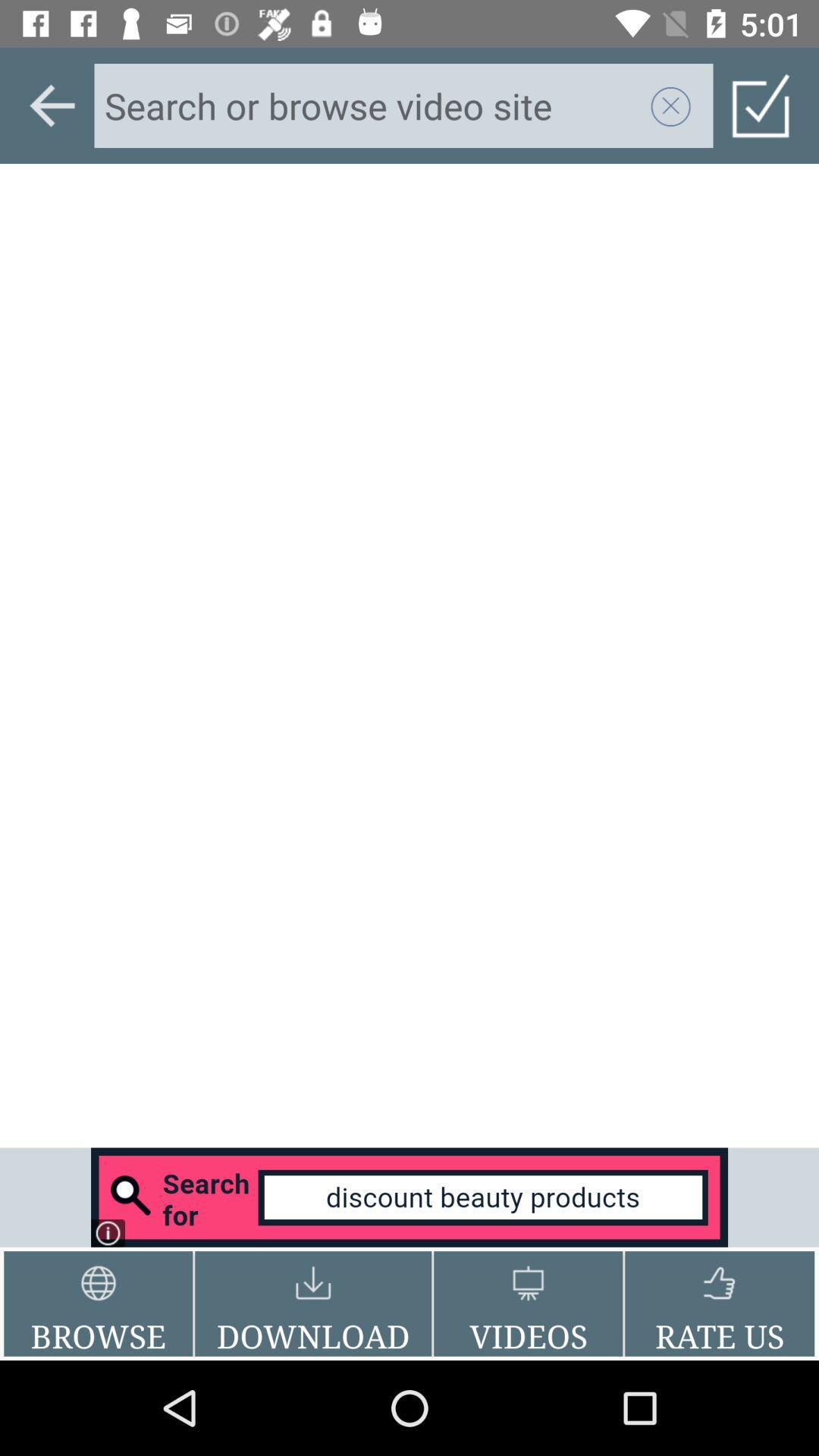 The height and width of the screenshot is (1456, 819). What do you see at coordinates (670, 105) in the screenshot?
I see `close` at bounding box center [670, 105].